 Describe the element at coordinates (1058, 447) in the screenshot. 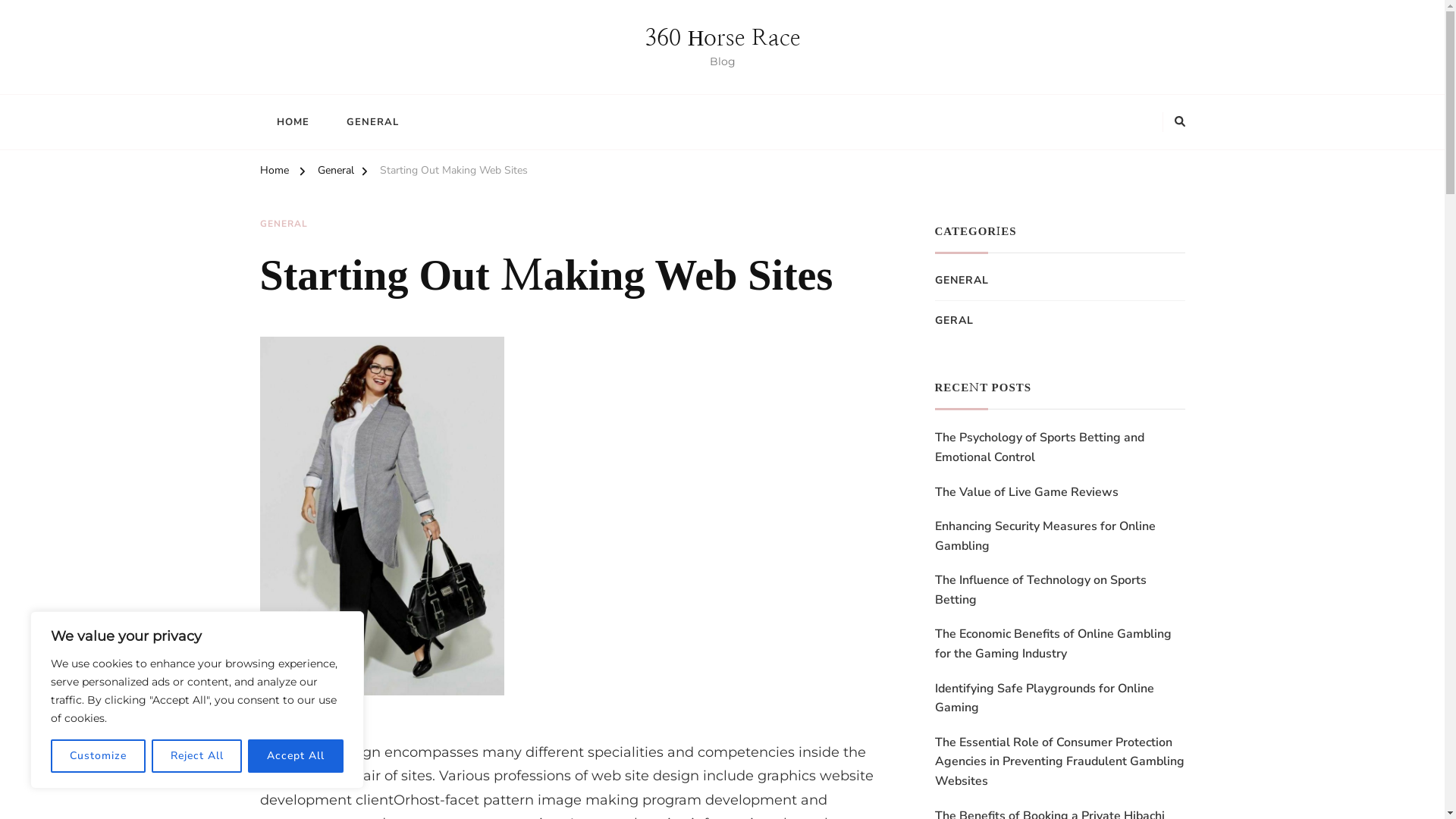

I see `'The Psychology of Sports Betting and Emotional Control'` at that location.